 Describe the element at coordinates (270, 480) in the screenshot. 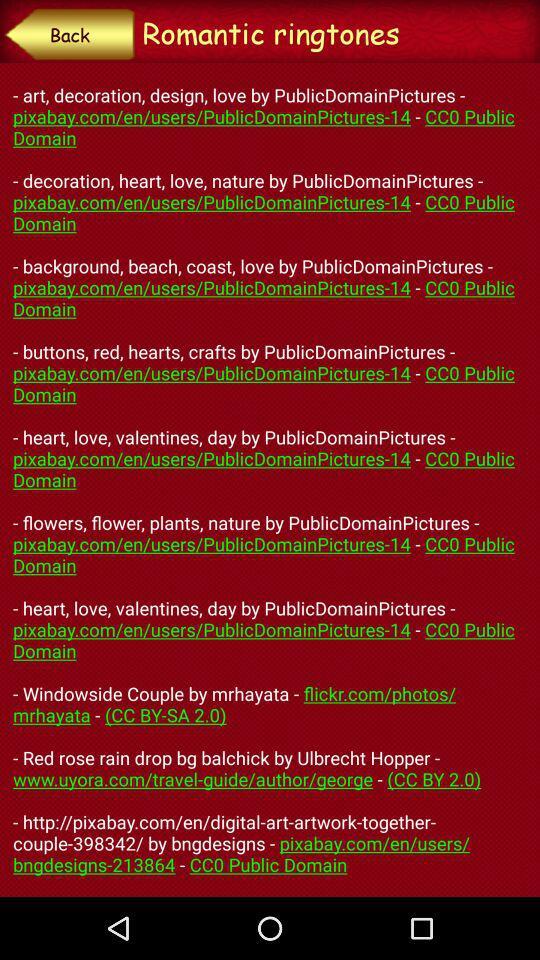

I see `endless love songs icon` at that location.